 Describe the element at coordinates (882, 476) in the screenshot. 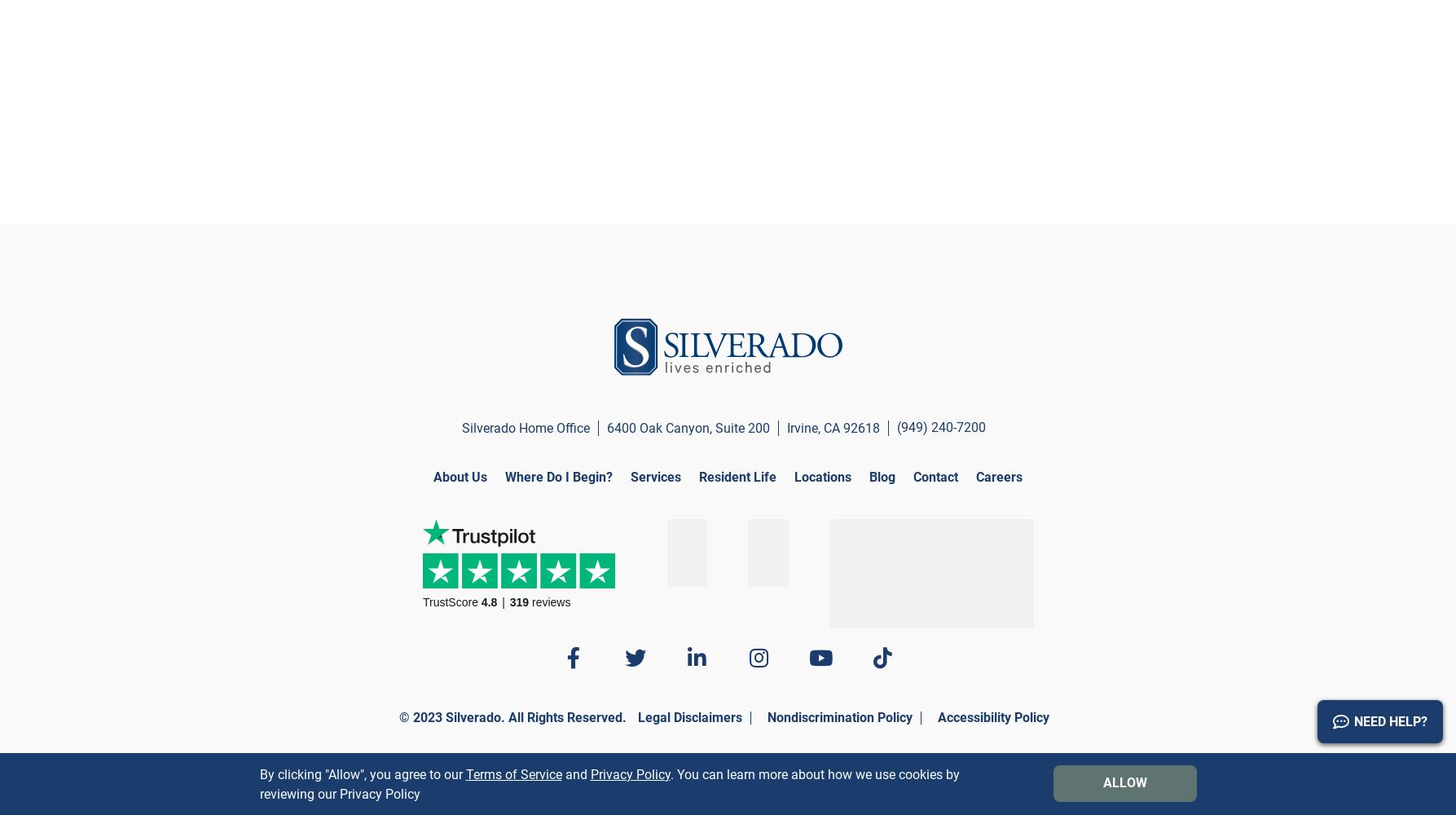

I see `'Blog'` at that location.